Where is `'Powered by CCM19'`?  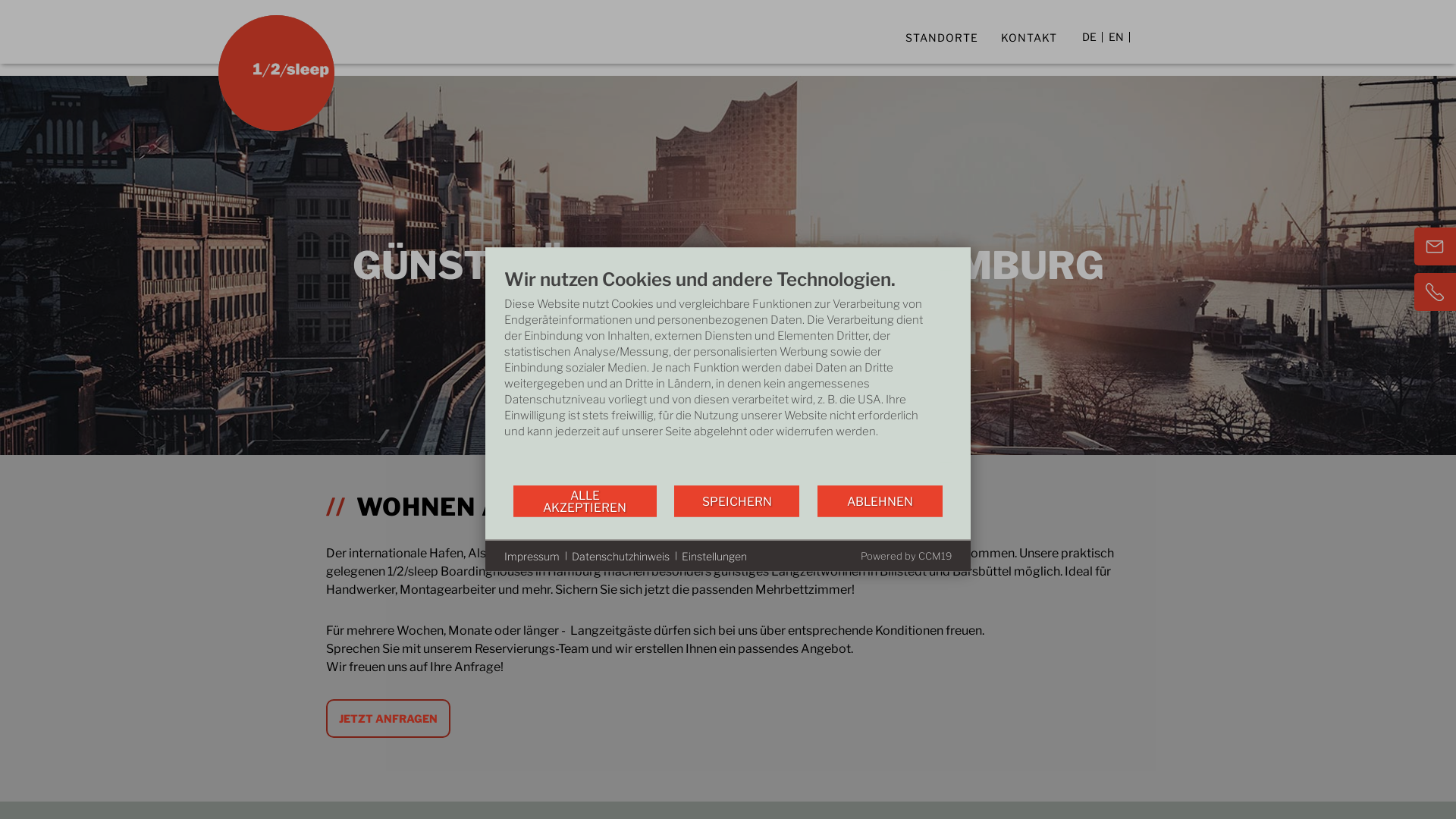 'Powered by CCM19' is located at coordinates (906, 555).